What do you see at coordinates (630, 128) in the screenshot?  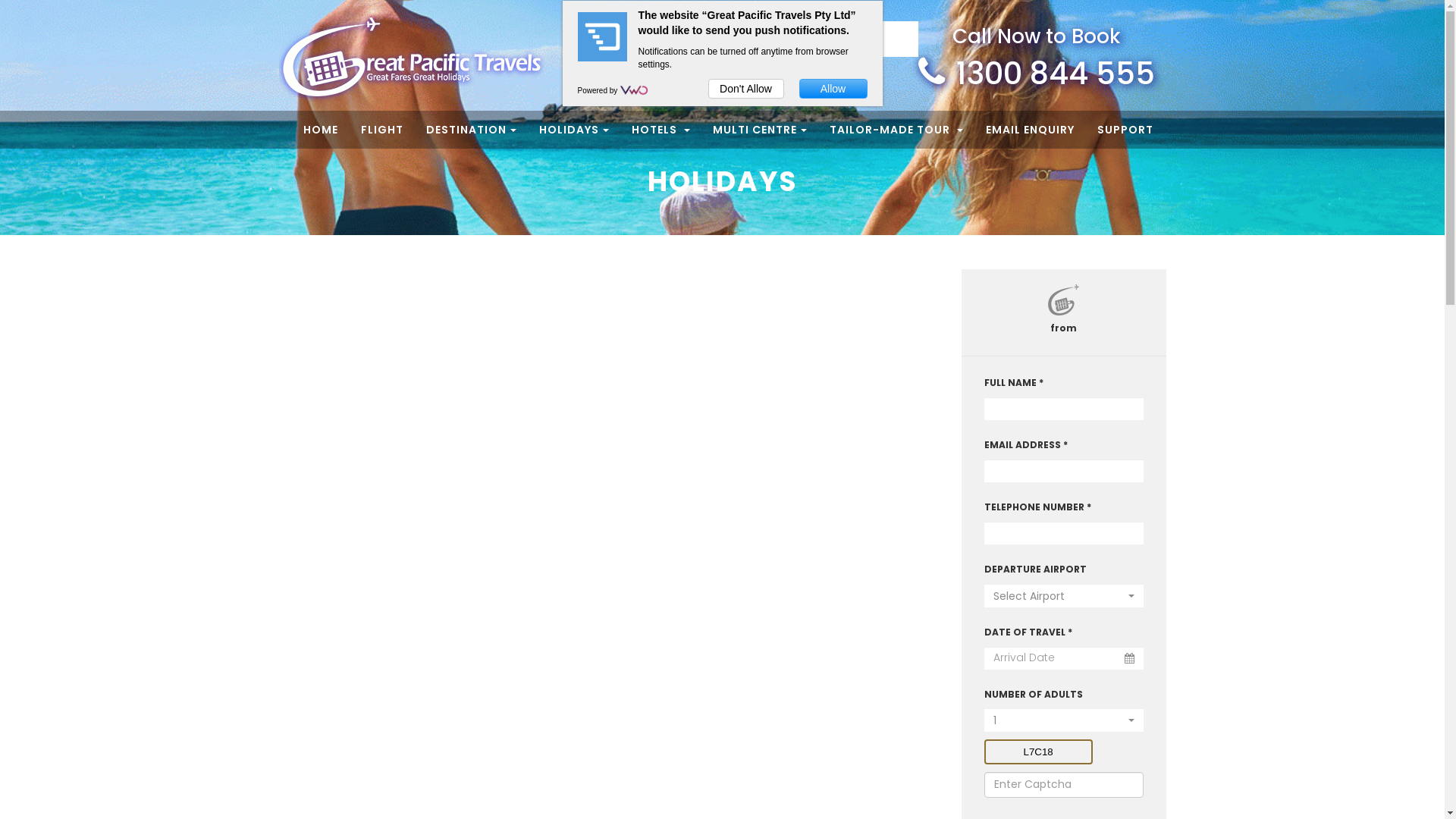 I see `'HOTELS'` at bounding box center [630, 128].